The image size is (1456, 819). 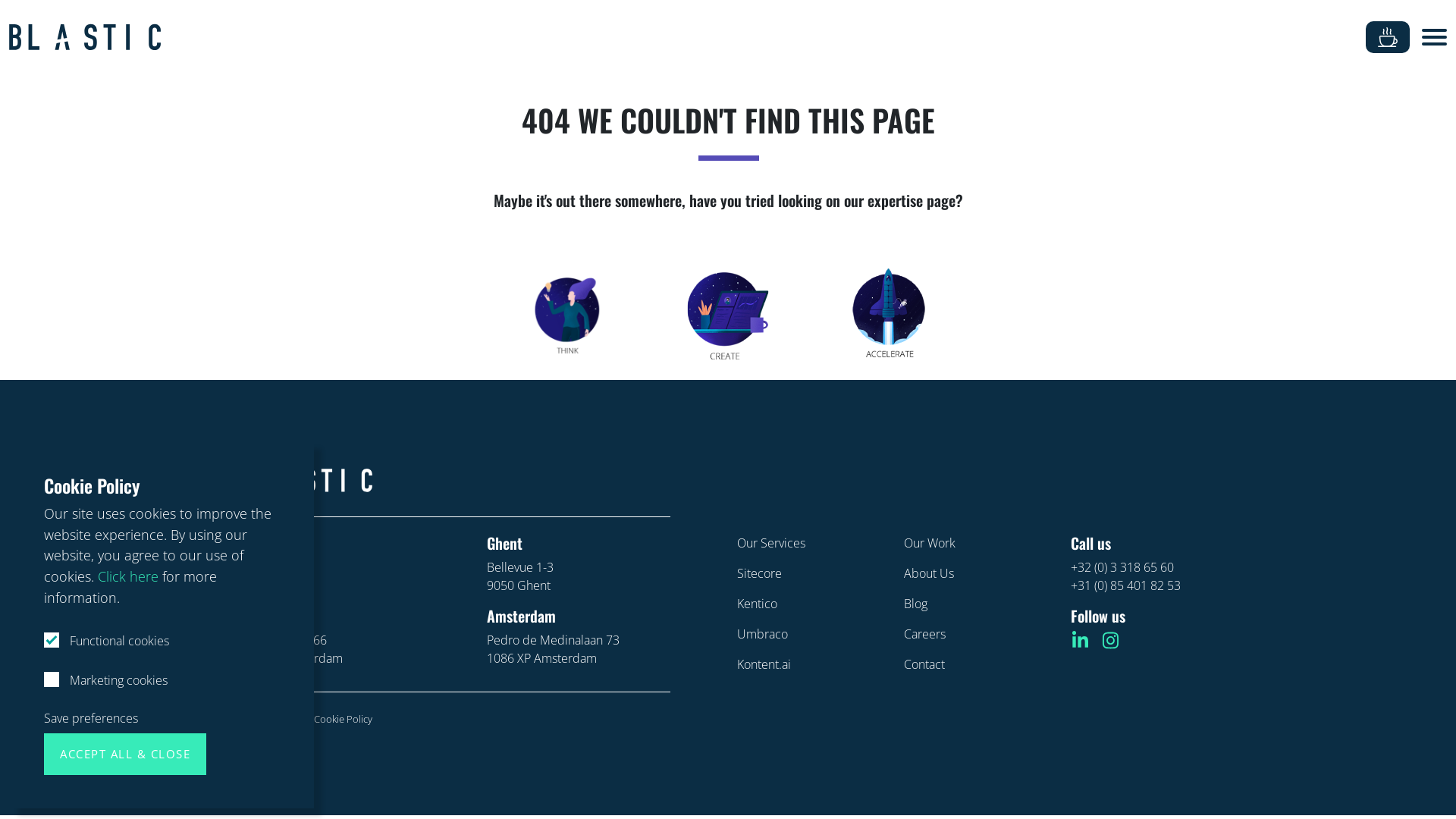 What do you see at coordinates (762, 634) in the screenshot?
I see `'Umbraco'` at bounding box center [762, 634].